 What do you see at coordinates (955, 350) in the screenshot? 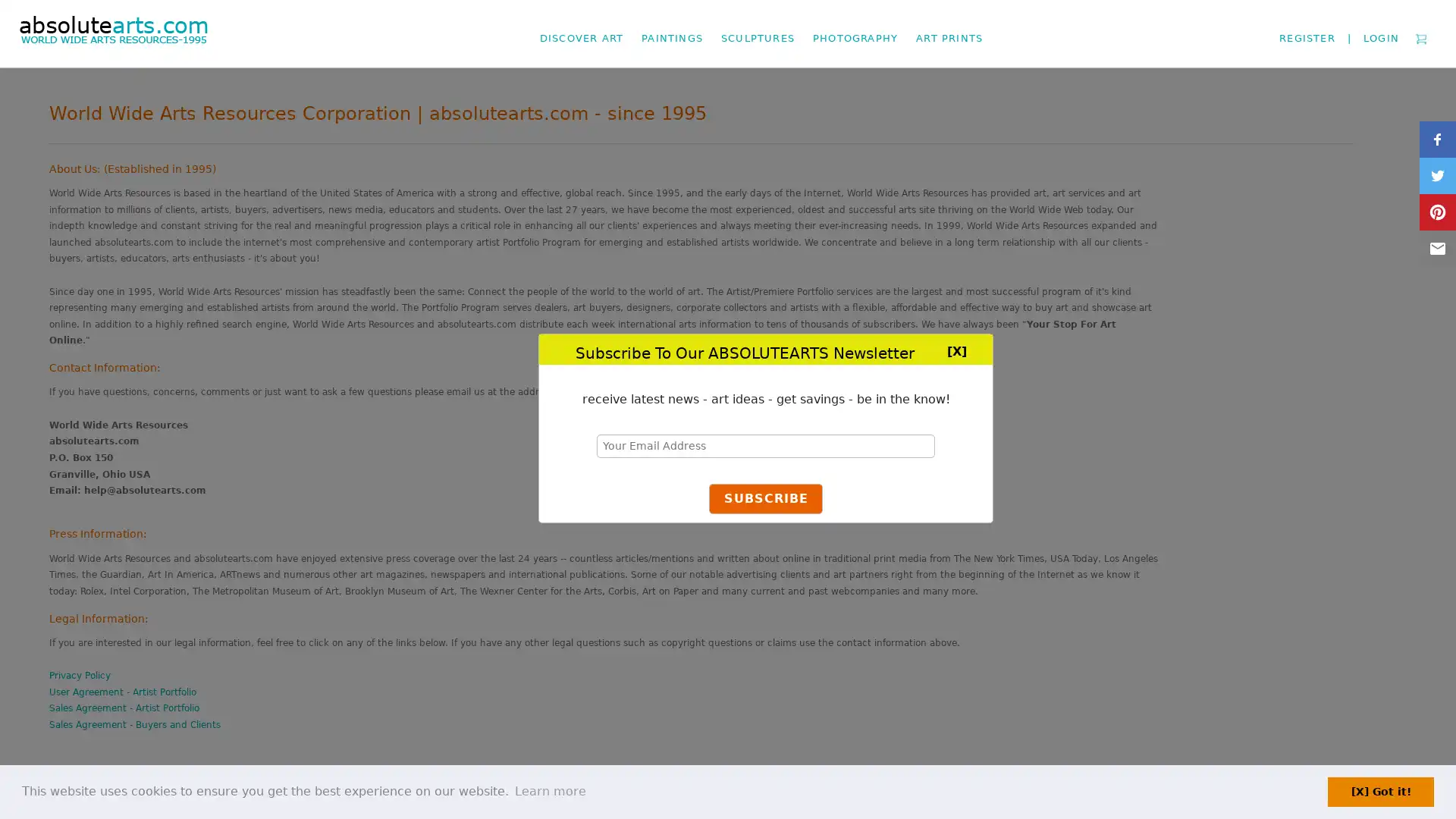
I see `[X]` at bounding box center [955, 350].